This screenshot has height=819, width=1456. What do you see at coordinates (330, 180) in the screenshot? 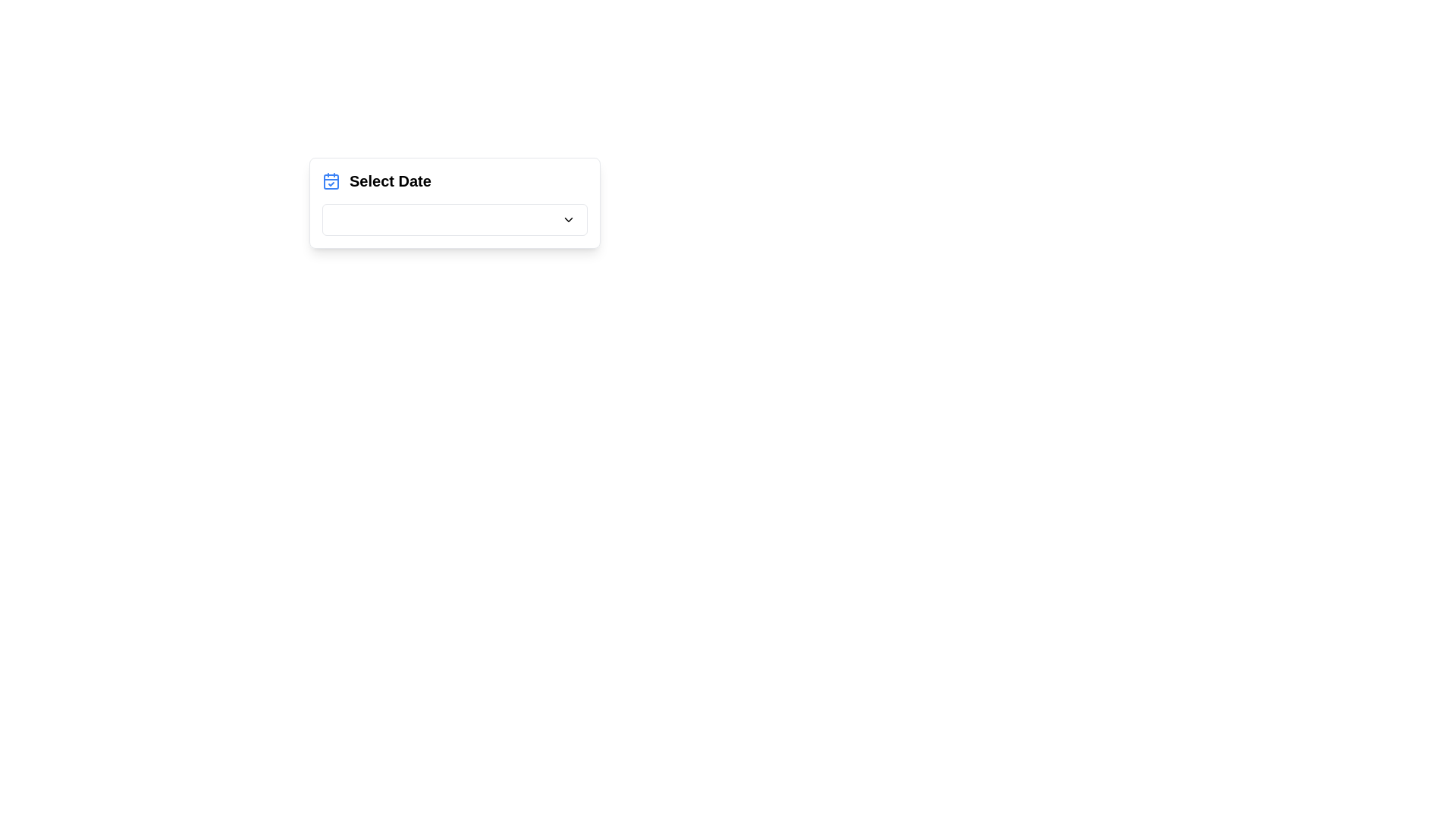
I see `the appearance of the blue calendar icon with a checkmark, located to the left of the 'Select Date' label` at bounding box center [330, 180].